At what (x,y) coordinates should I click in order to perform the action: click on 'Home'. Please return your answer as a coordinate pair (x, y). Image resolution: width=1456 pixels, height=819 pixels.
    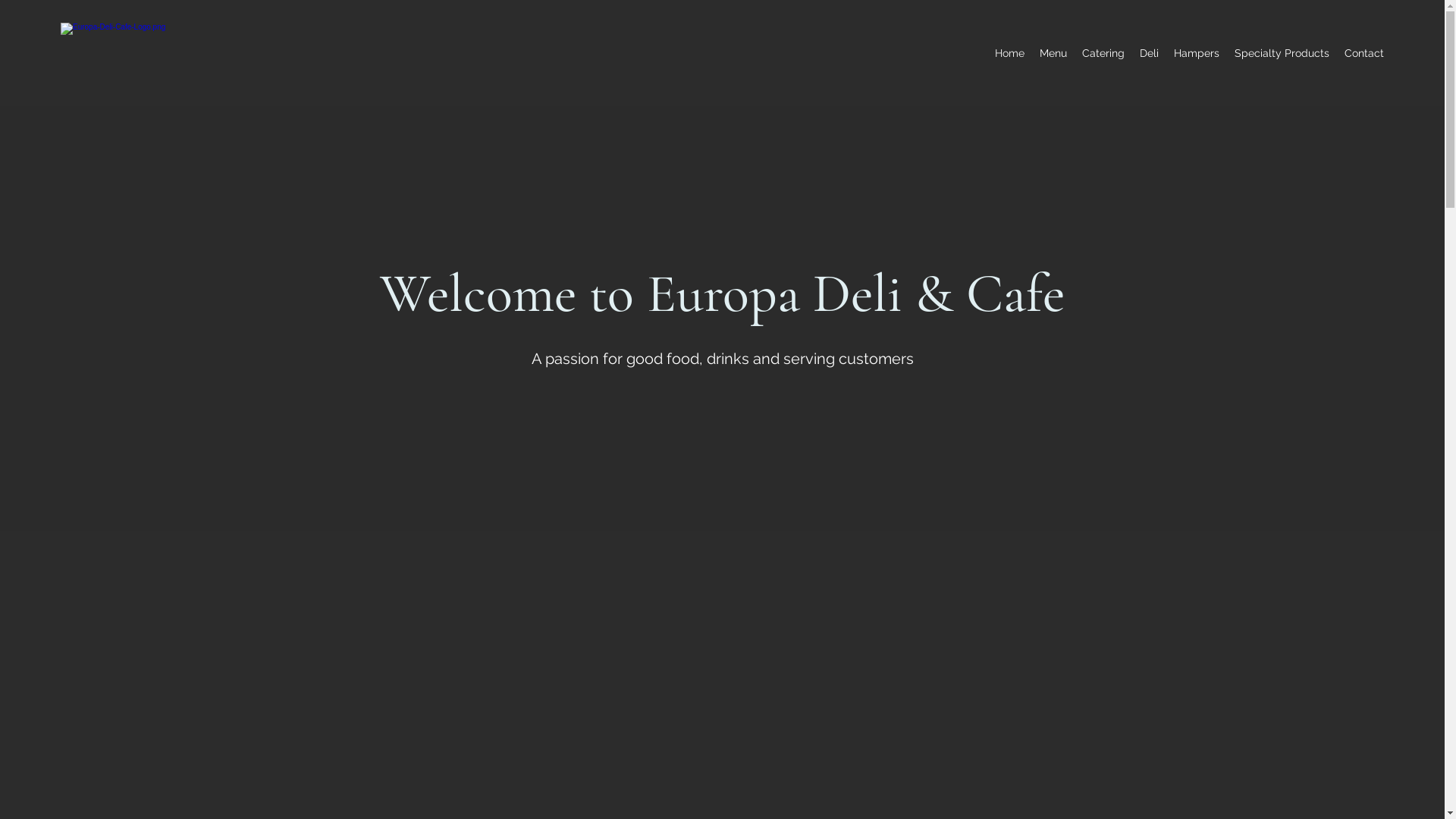
    Looking at the image, I should click on (1009, 52).